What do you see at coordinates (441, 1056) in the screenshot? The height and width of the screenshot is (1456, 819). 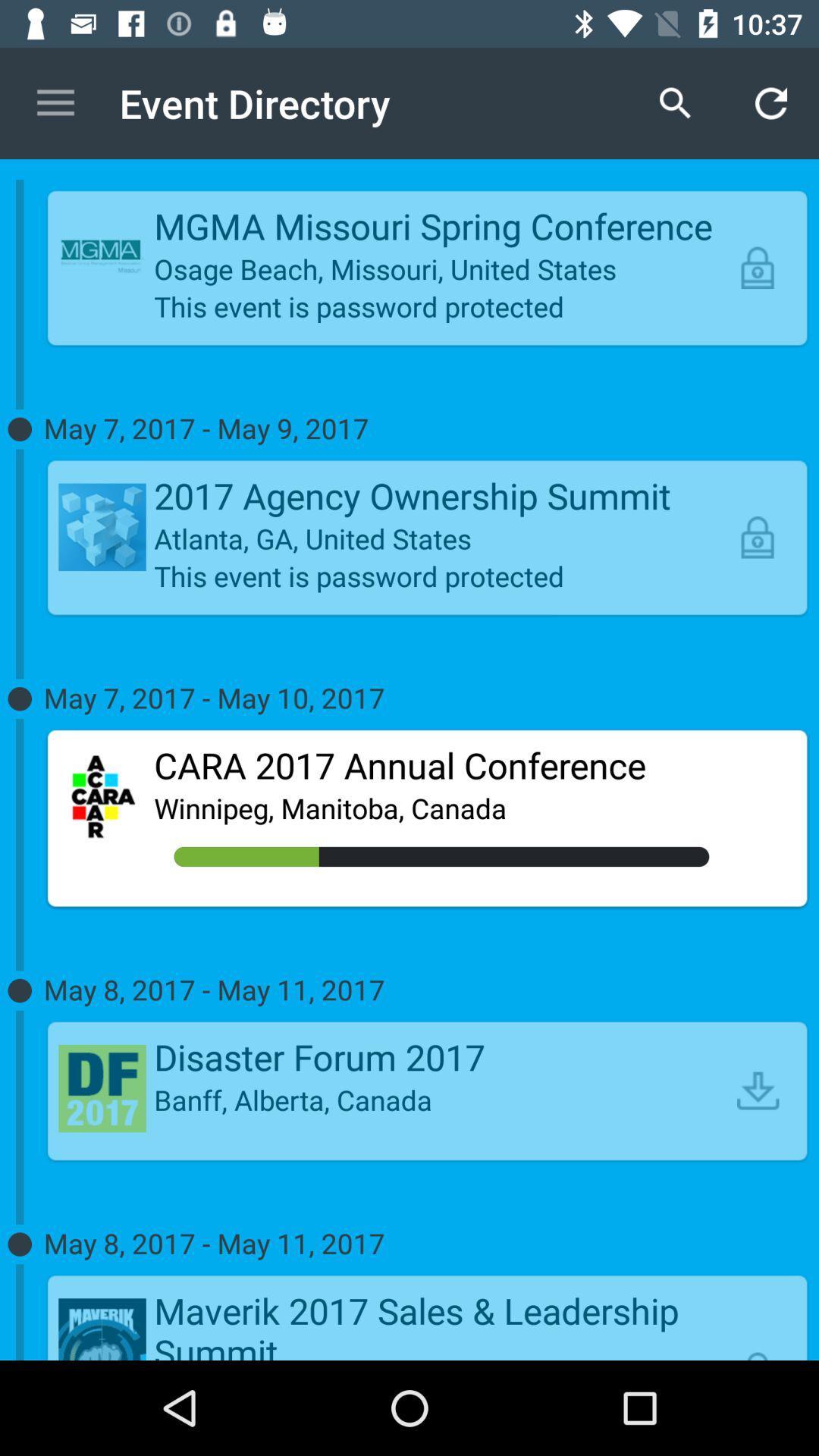 I see `the disaster forum 2017 item` at bounding box center [441, 1056].